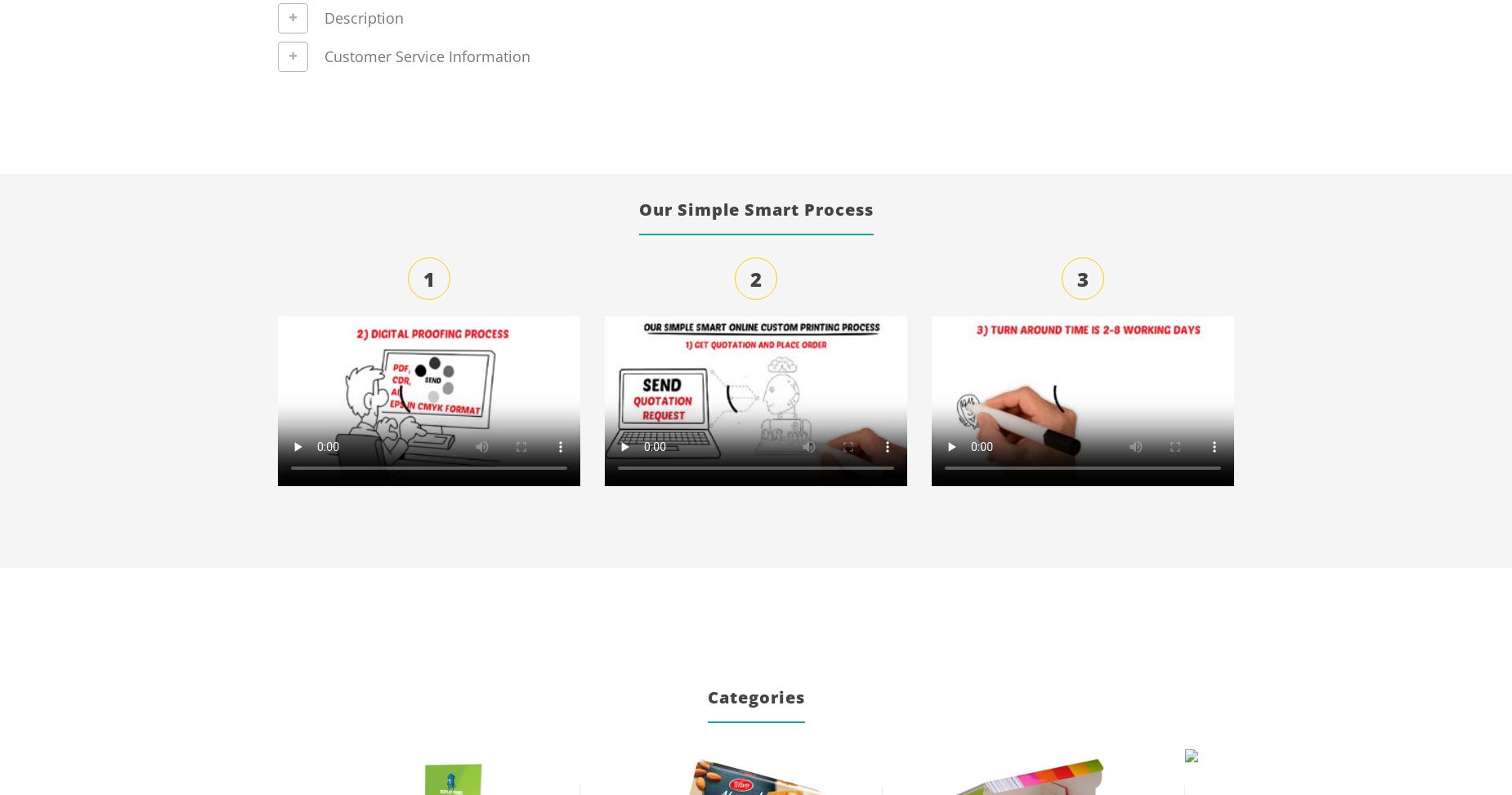  I want to click on 'Categories', so click(755, 697).